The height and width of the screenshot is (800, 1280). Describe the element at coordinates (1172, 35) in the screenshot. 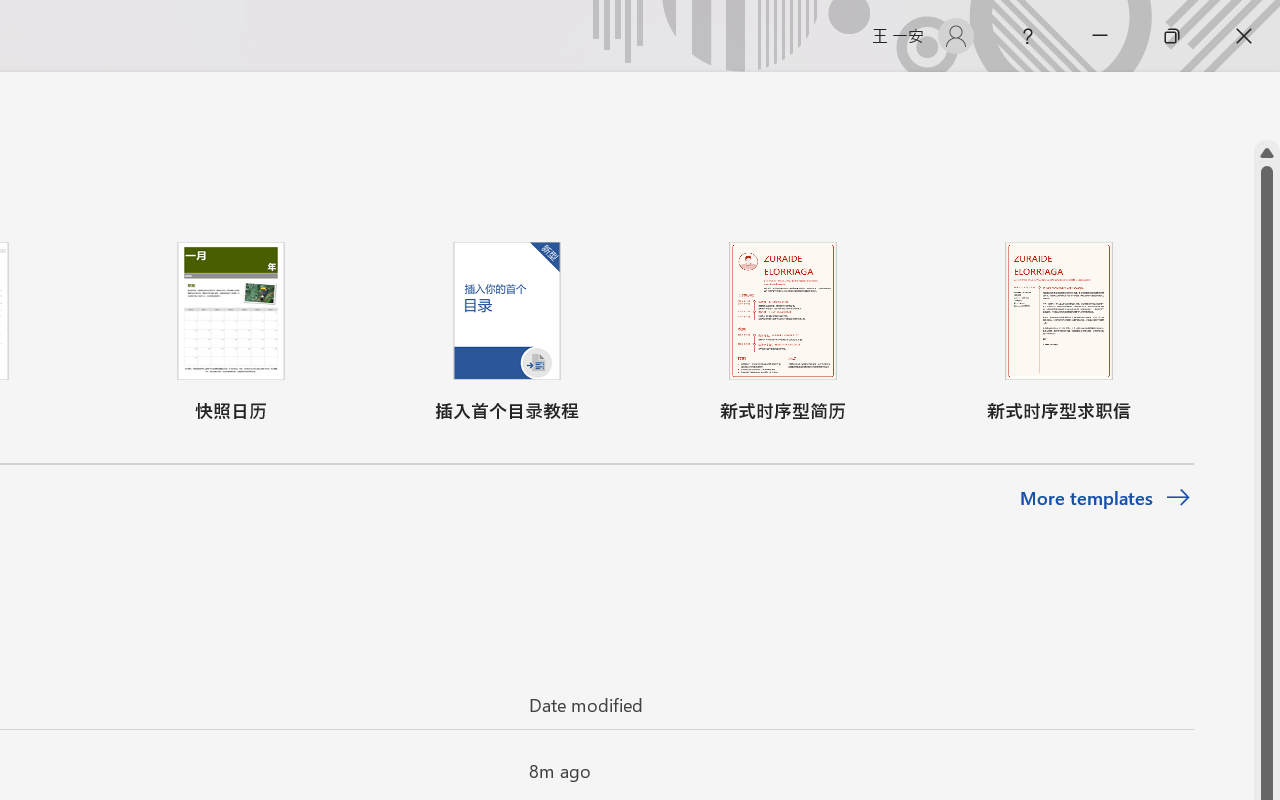

I see `'Restore Down'` at that location.